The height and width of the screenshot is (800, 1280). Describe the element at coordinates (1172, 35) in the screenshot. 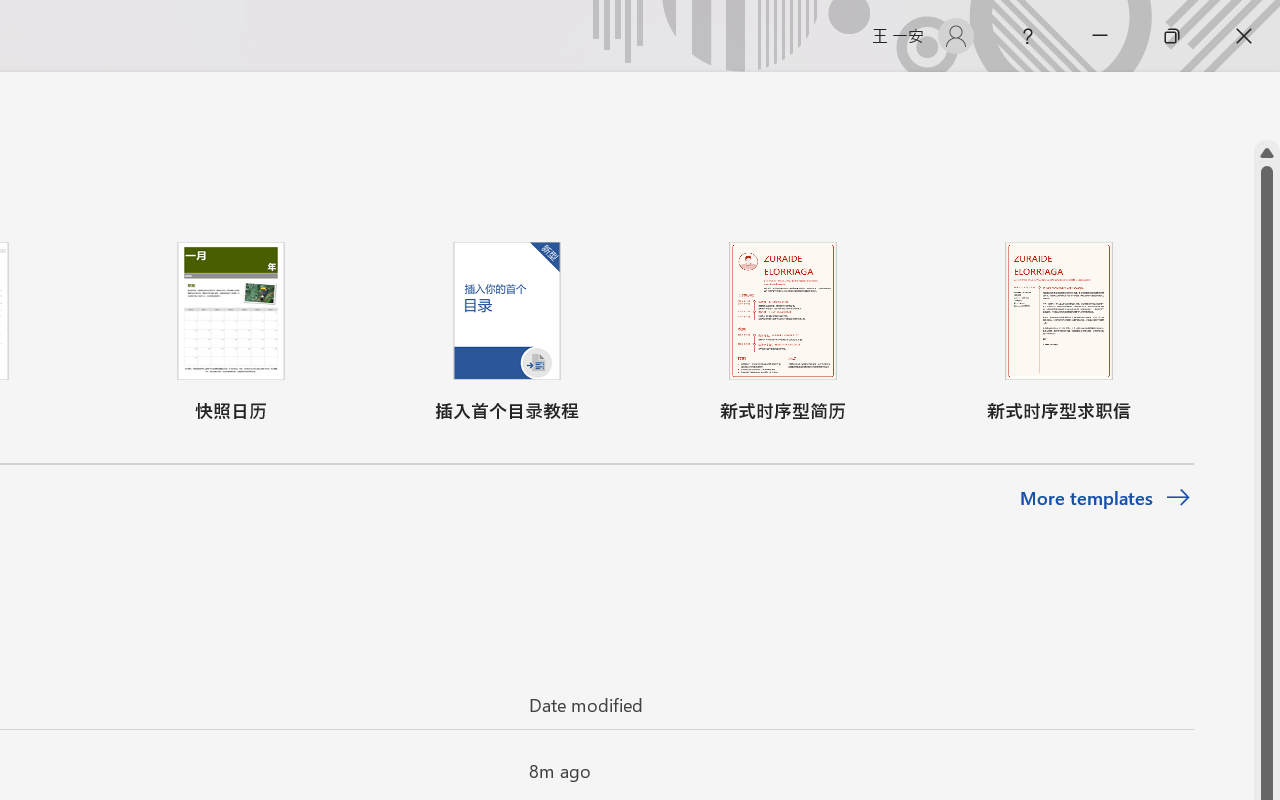

I see `'Restore Down'` at that location.